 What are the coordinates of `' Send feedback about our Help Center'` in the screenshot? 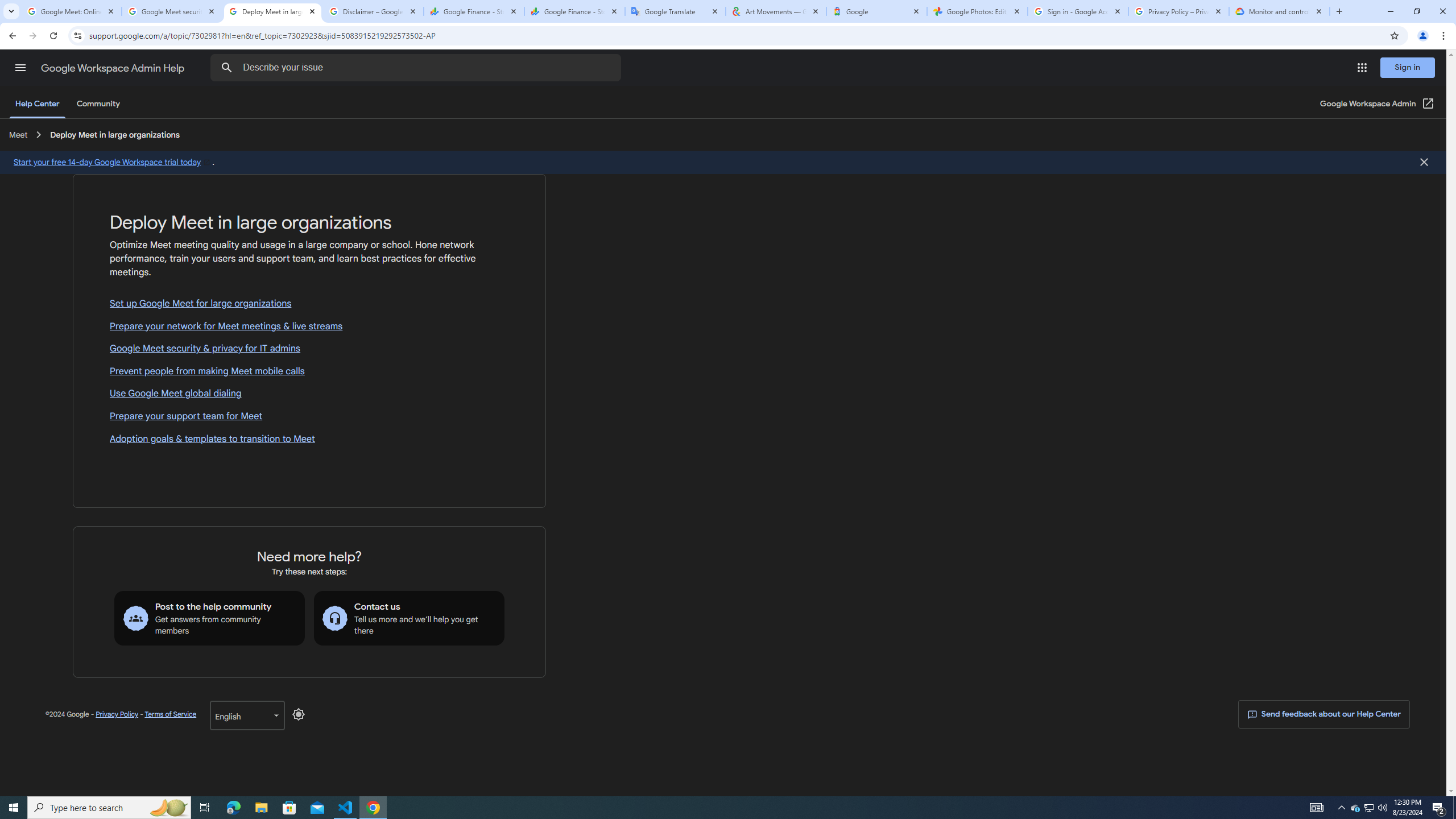 It's located at (1323, 714).